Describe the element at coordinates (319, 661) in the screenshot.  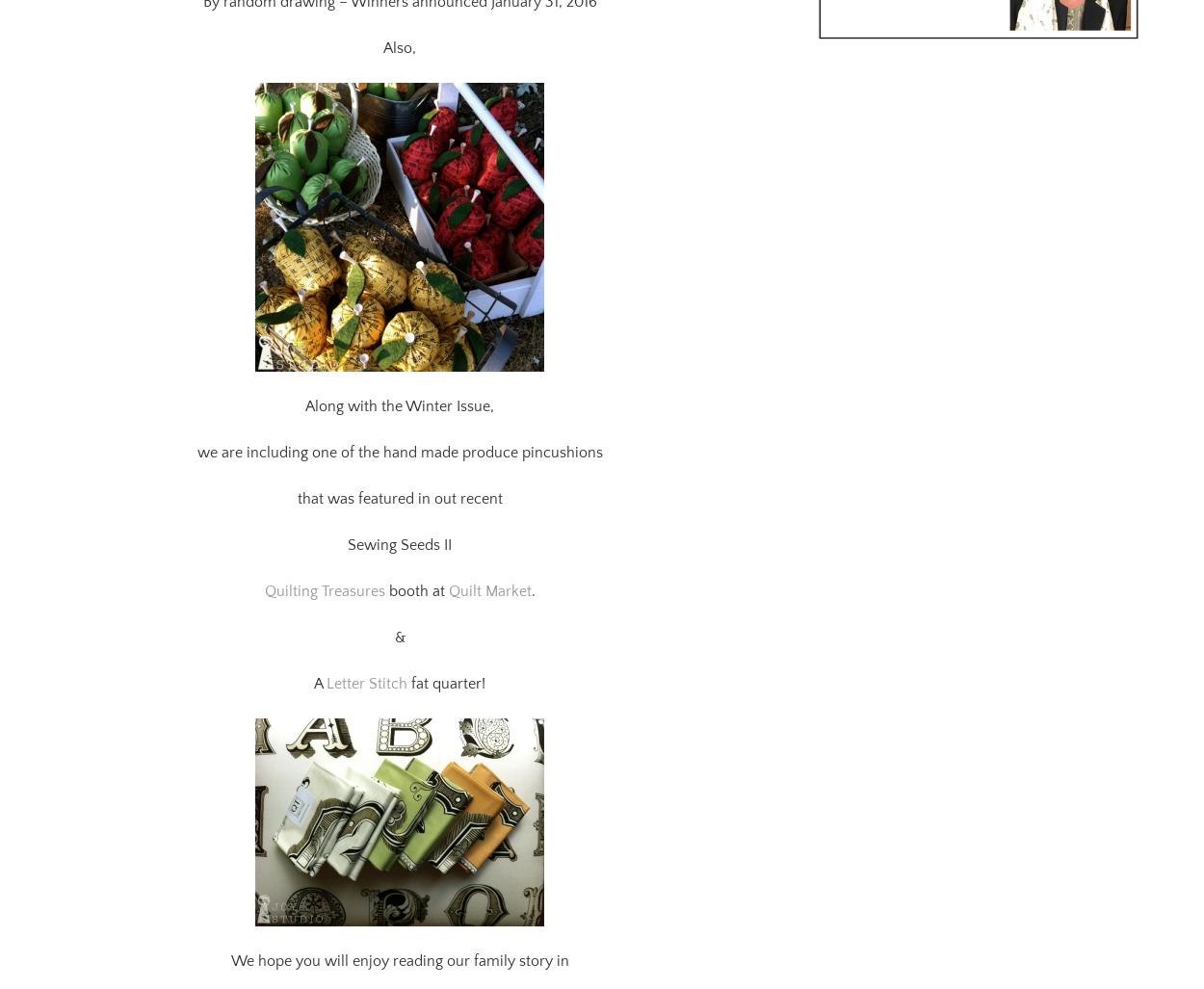
I see `'A'` at that location.